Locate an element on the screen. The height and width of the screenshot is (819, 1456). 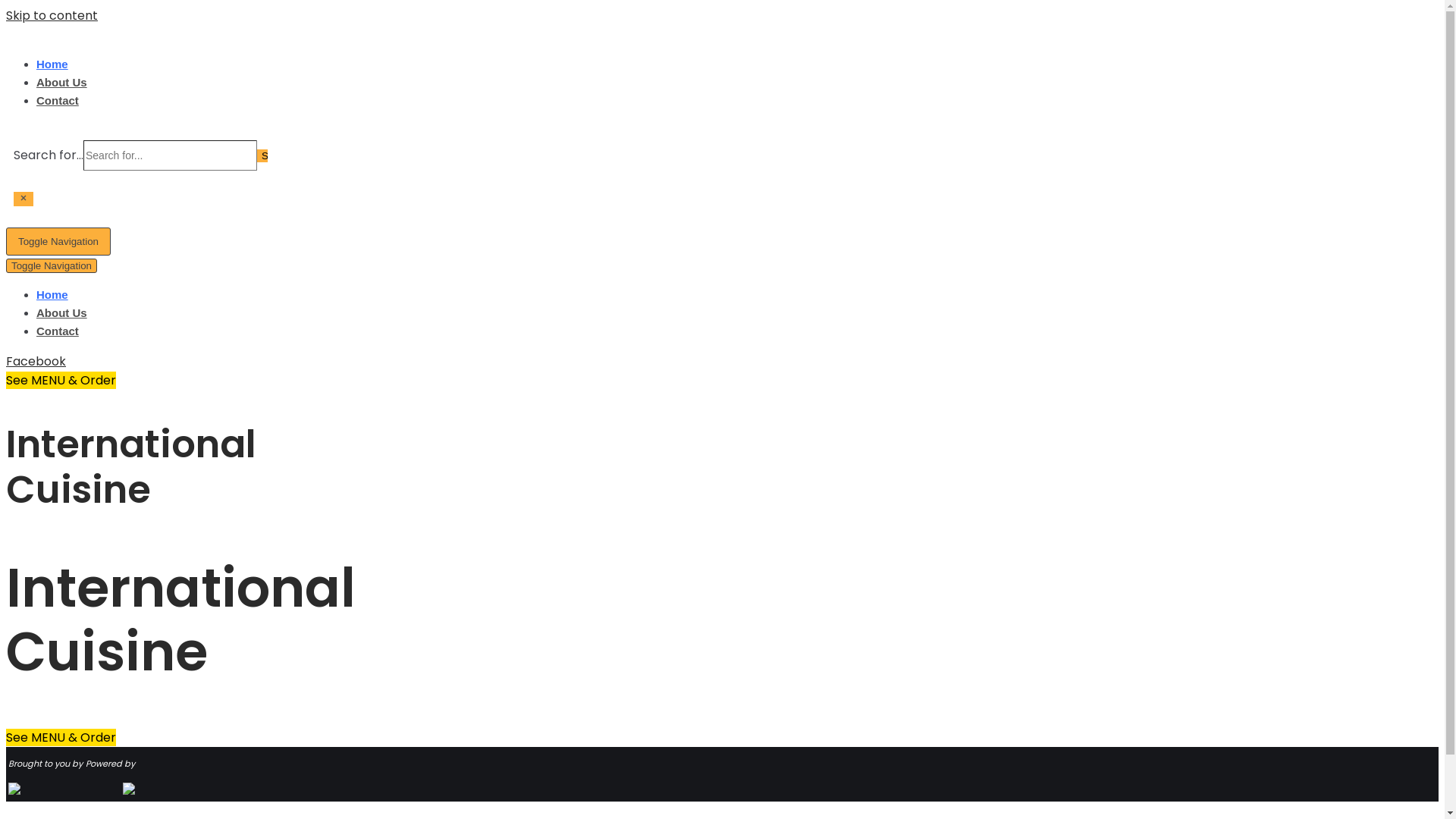
'Facebook' is located at coordinates (36, 361).